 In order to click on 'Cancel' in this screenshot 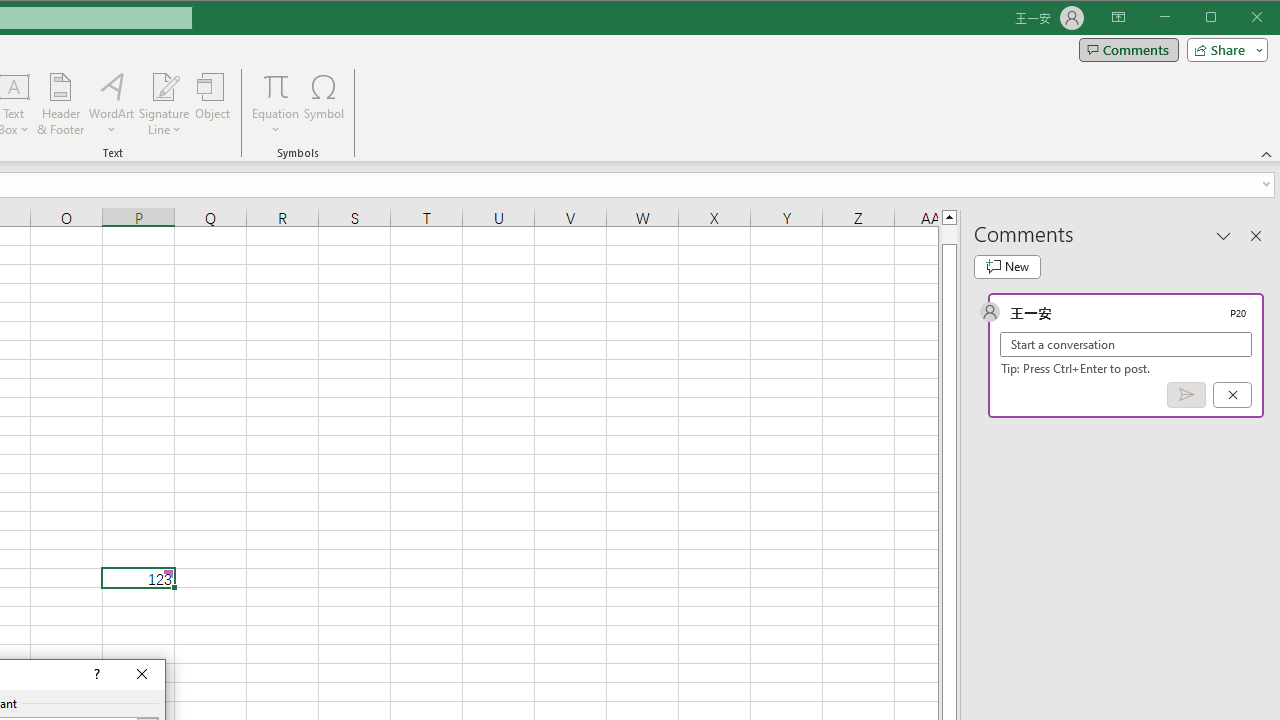, I will do `click(1231, 395)`.